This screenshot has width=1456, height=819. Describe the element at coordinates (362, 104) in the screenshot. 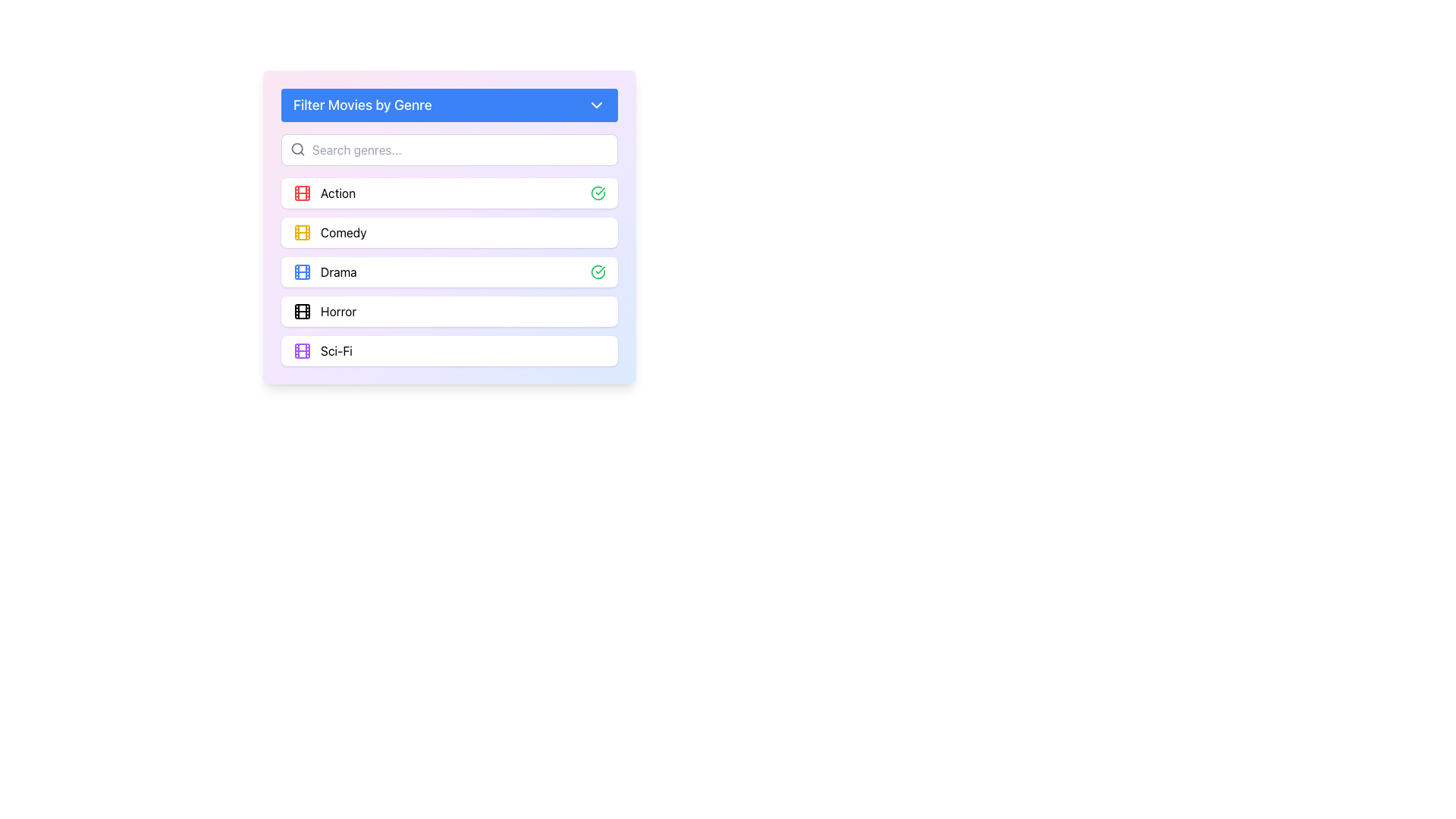

I see `the prominent text label reading 'Filter Movies by Genre' located at the top of the genre filtering interface, styled in bold within a blue rectangular section` at that location.